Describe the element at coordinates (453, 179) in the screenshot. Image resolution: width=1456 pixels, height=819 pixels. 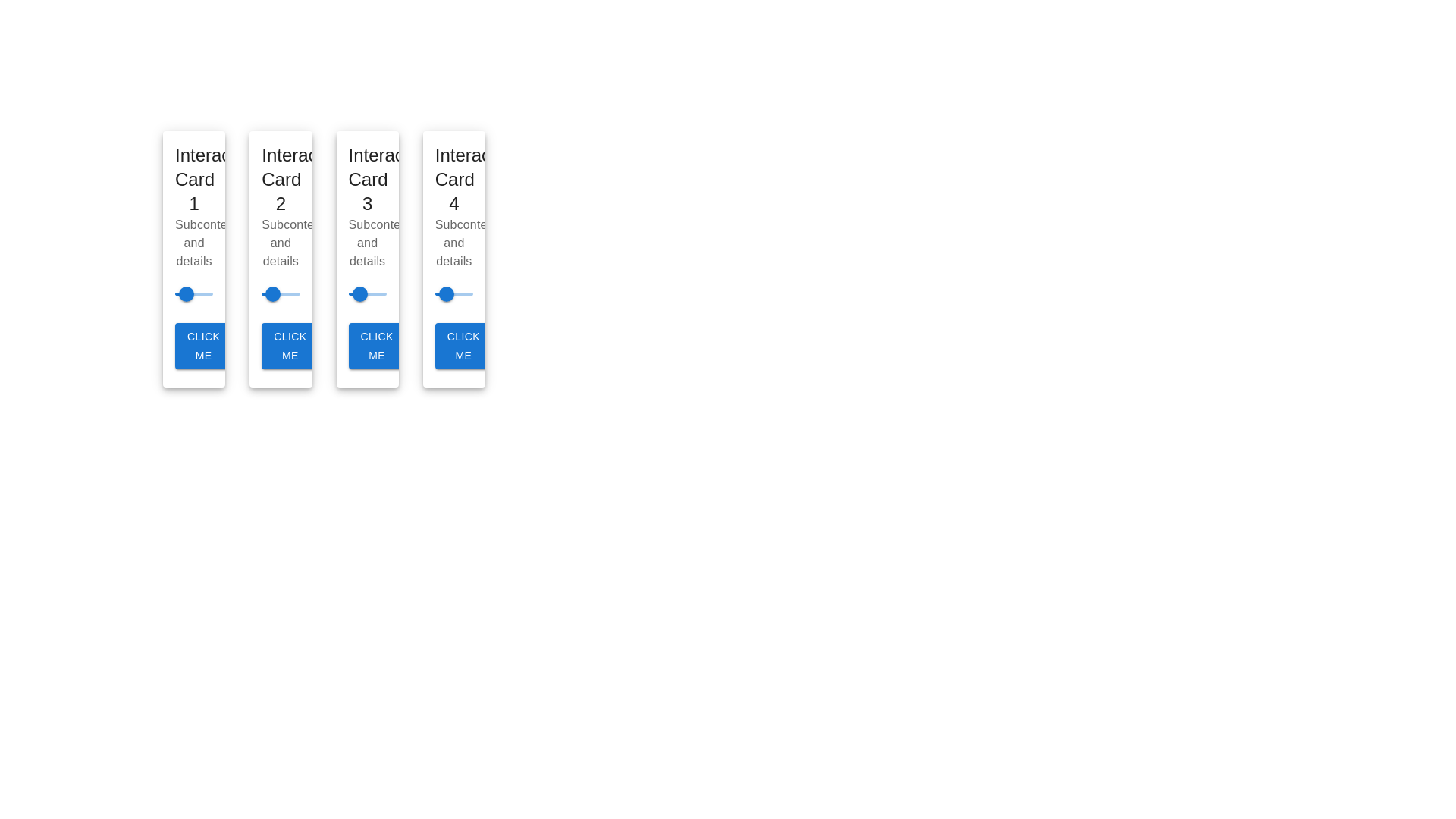
I see `the header displaying 'Interactive Card 4' located at the top of its card in the fourth column of the grid` at that location.